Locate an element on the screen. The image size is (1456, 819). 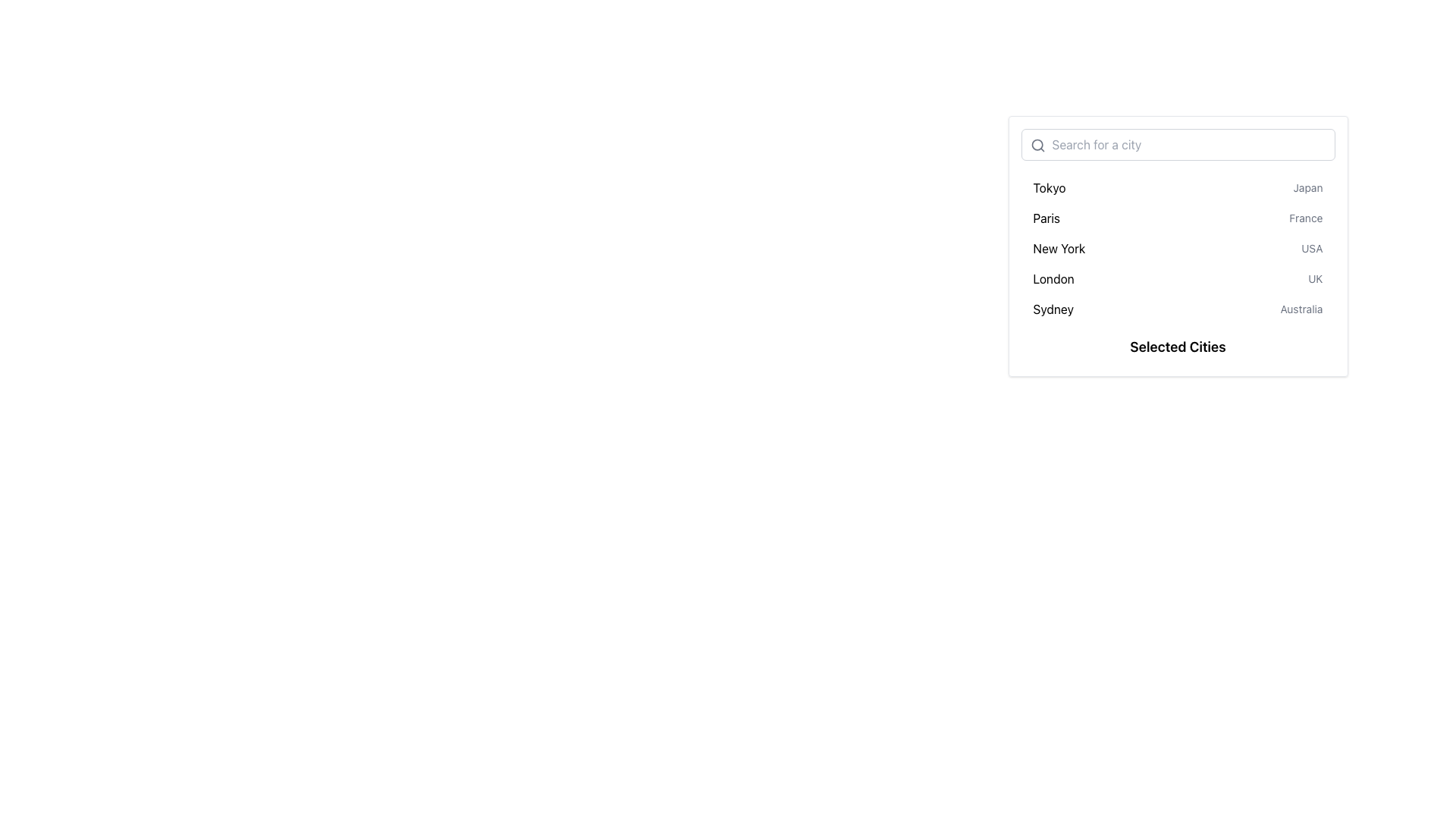
the contextual text label indicating the country 'Japan' associated with the city 'Tokyo', located in the first row of the list is located at coordinates (1307, 187).